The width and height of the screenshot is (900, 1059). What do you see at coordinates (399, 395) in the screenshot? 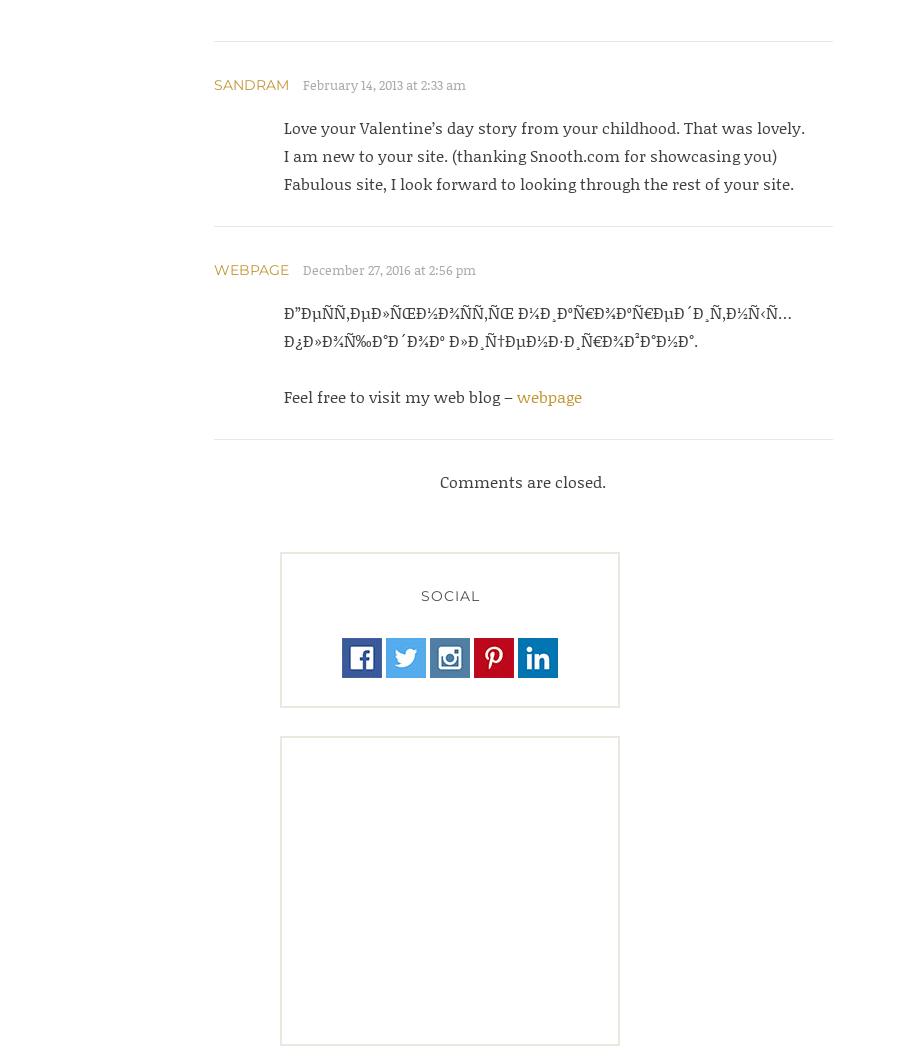
I see `'Feel free to visit my web blog –'` at bounding box center [399, 395].